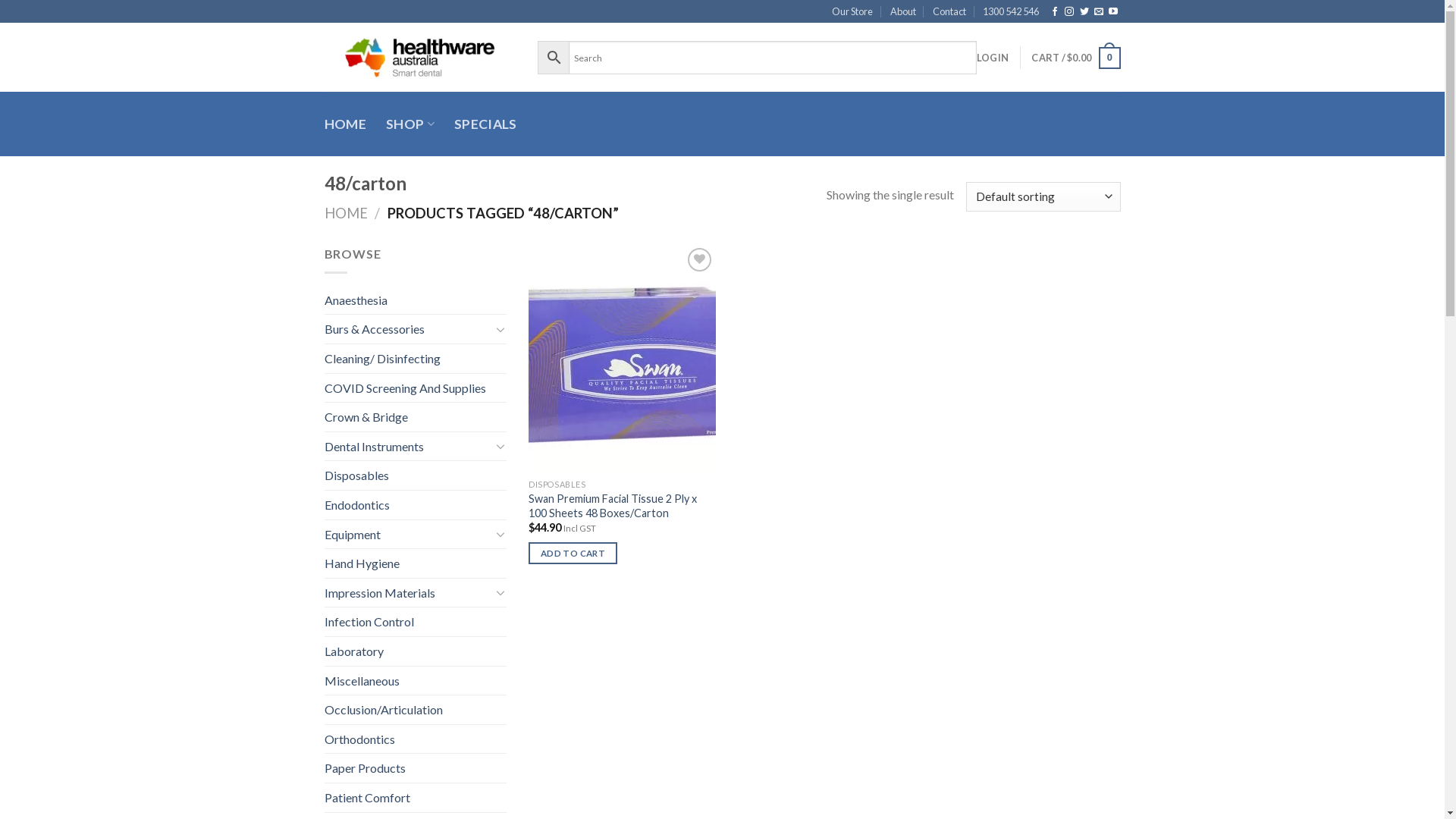 The height and width of the screenshot is (819, 1456). What do you see at coordinates (419, 56) in the screenshot?
I see `'Healthware Australia - Smart dental'` at bounding box center [419, 56].